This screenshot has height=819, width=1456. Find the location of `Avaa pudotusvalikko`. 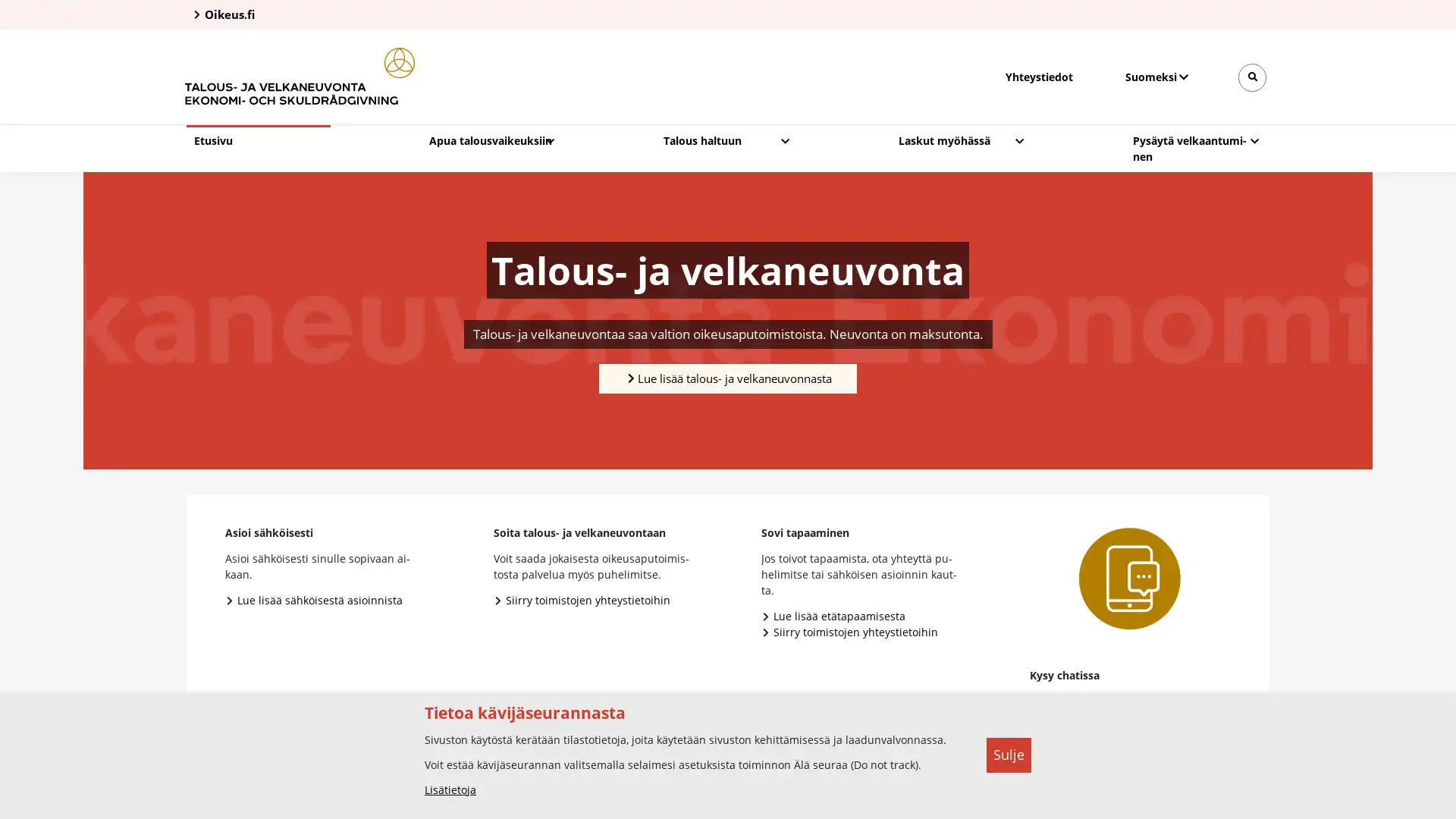

Avaa pudotusvalikko is located at coordinates (785, 140).